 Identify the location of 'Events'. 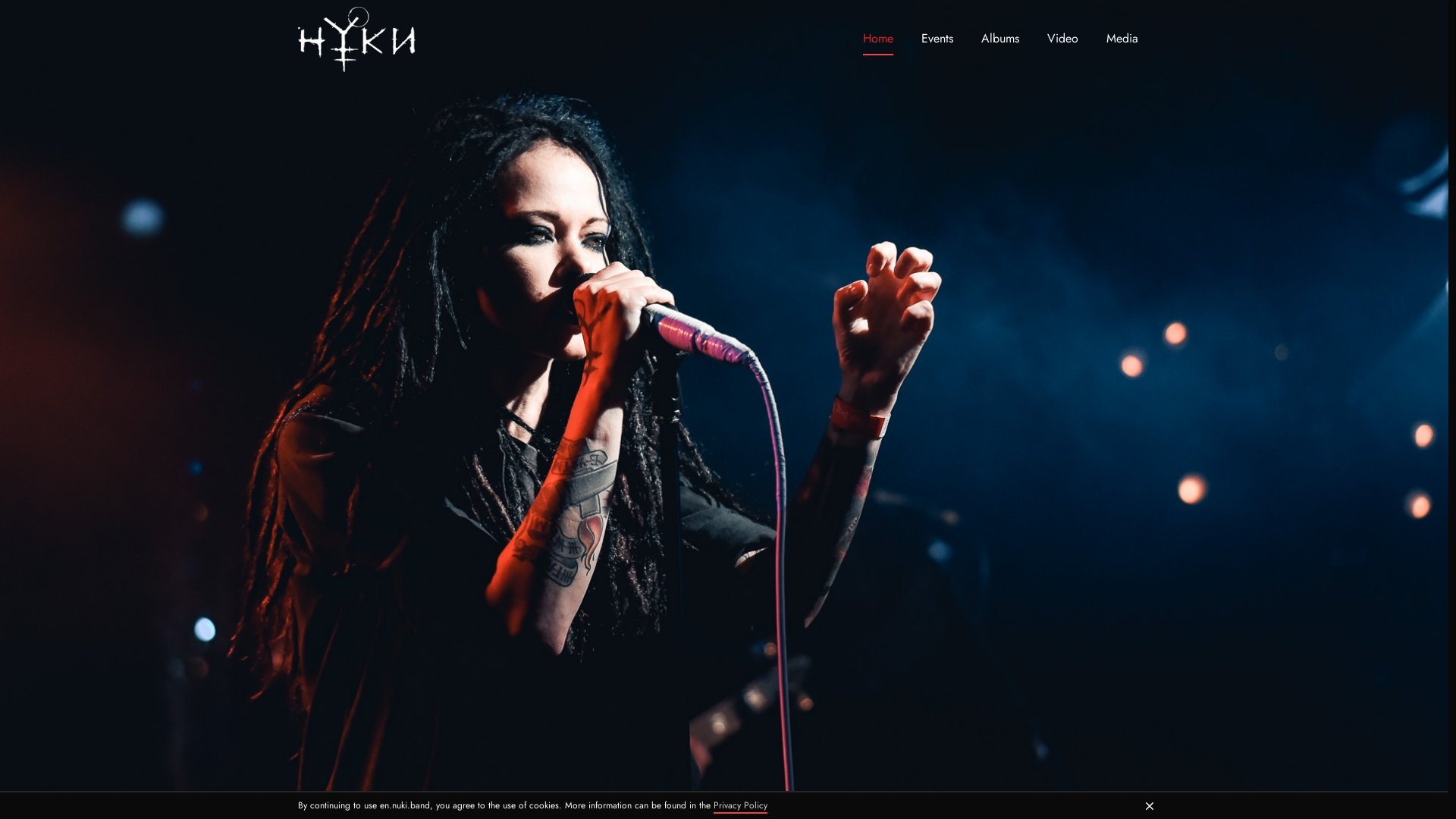
(937, 38).